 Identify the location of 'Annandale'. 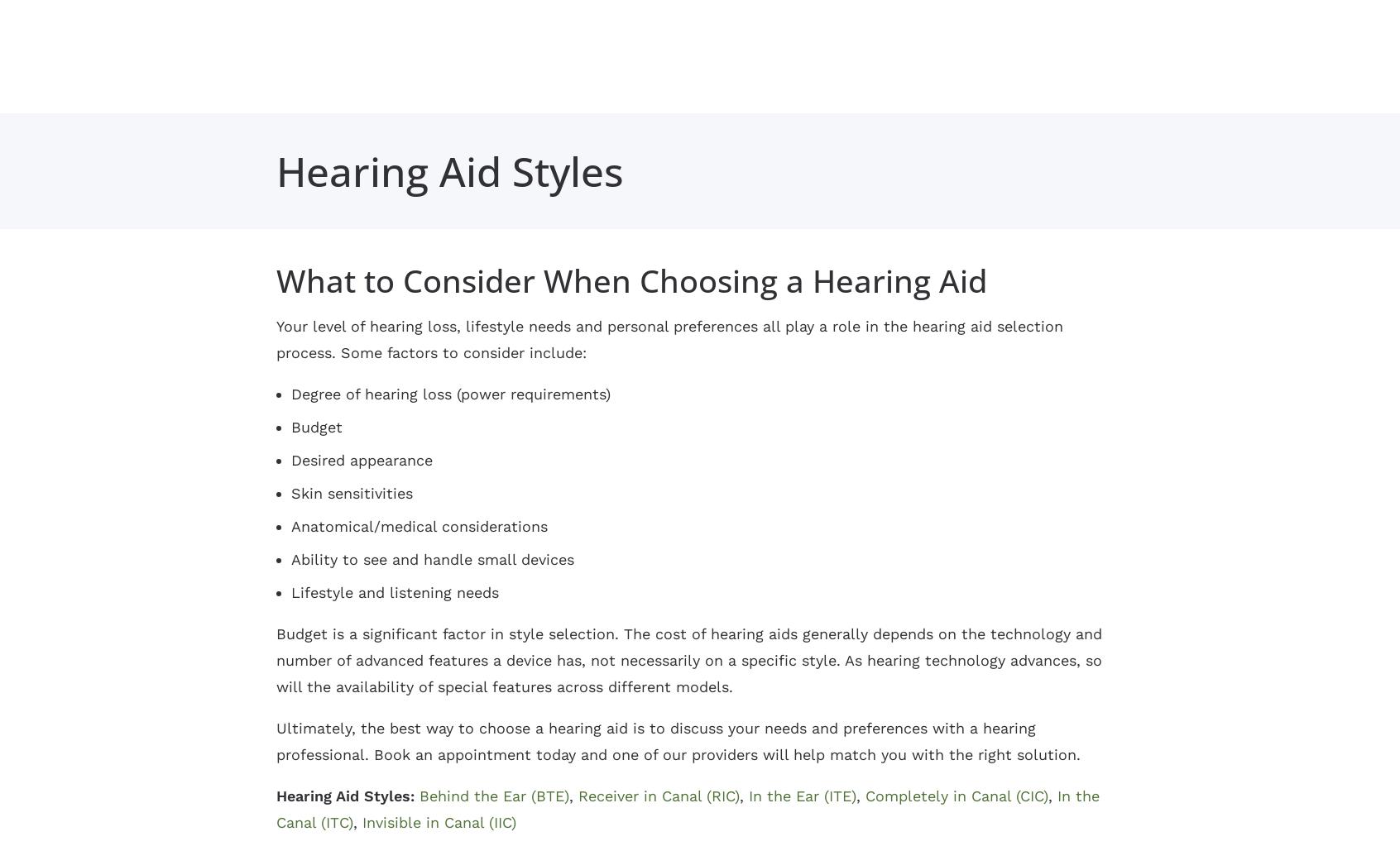
(1016, 123).